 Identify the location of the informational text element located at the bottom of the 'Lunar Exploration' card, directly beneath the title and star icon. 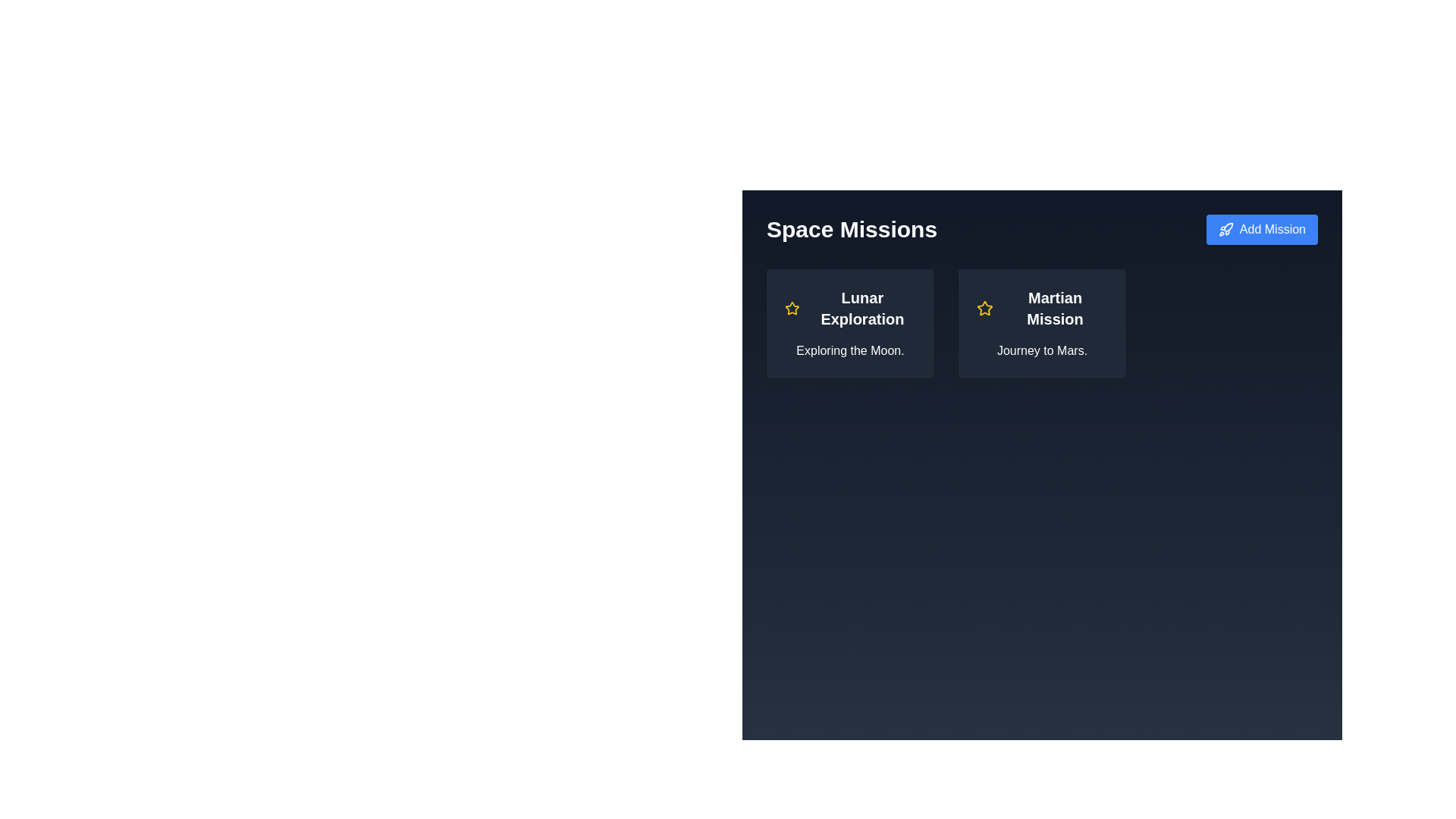
(850, 350).